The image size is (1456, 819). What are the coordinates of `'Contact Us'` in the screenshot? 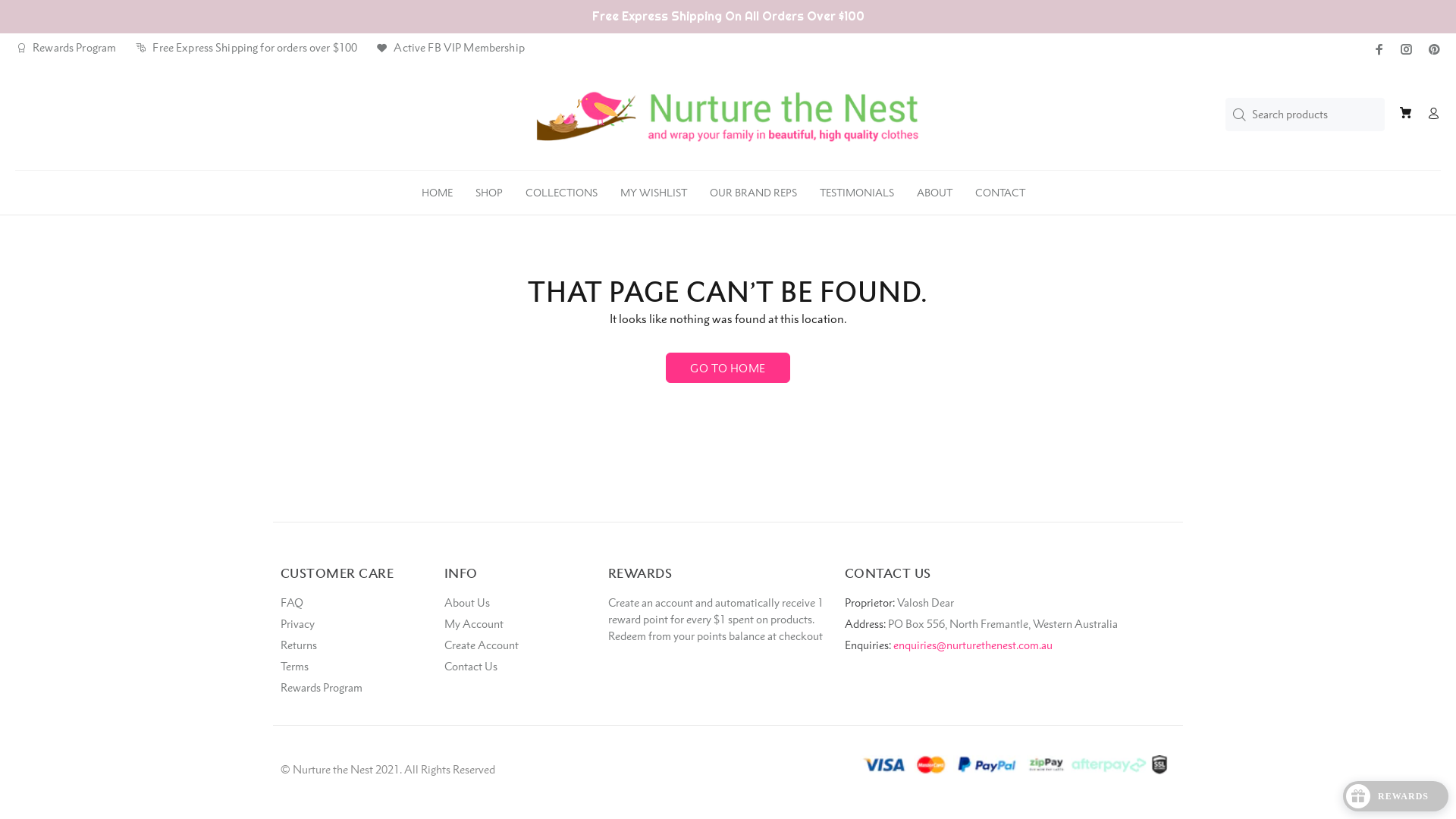 It's located at (469, 666).